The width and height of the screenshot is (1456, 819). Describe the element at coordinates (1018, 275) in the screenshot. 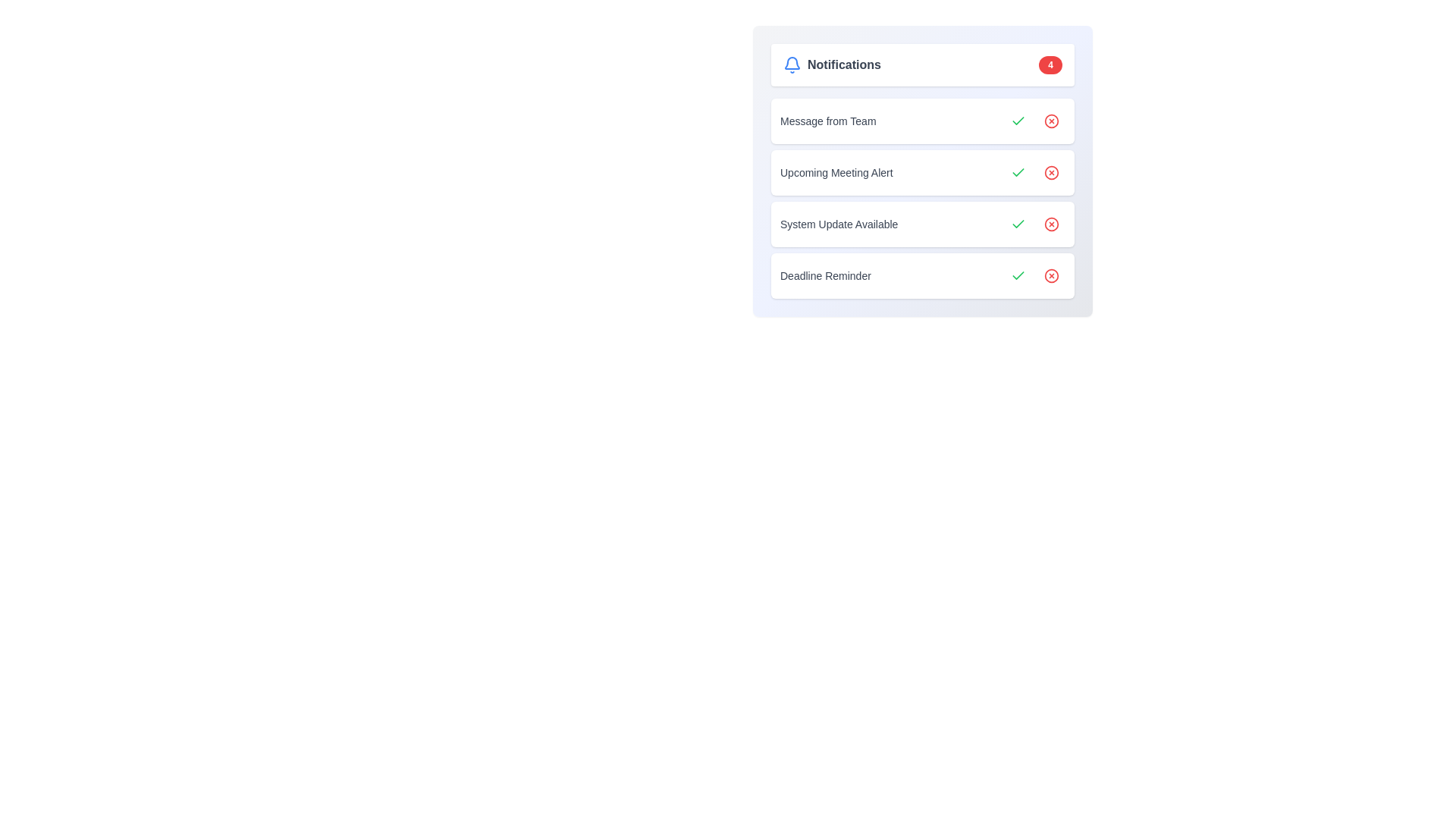

I see `the confirmation button located at the bottom-right corner of the 'Deadline Reminder' notification panel to confirm the action` at that location.